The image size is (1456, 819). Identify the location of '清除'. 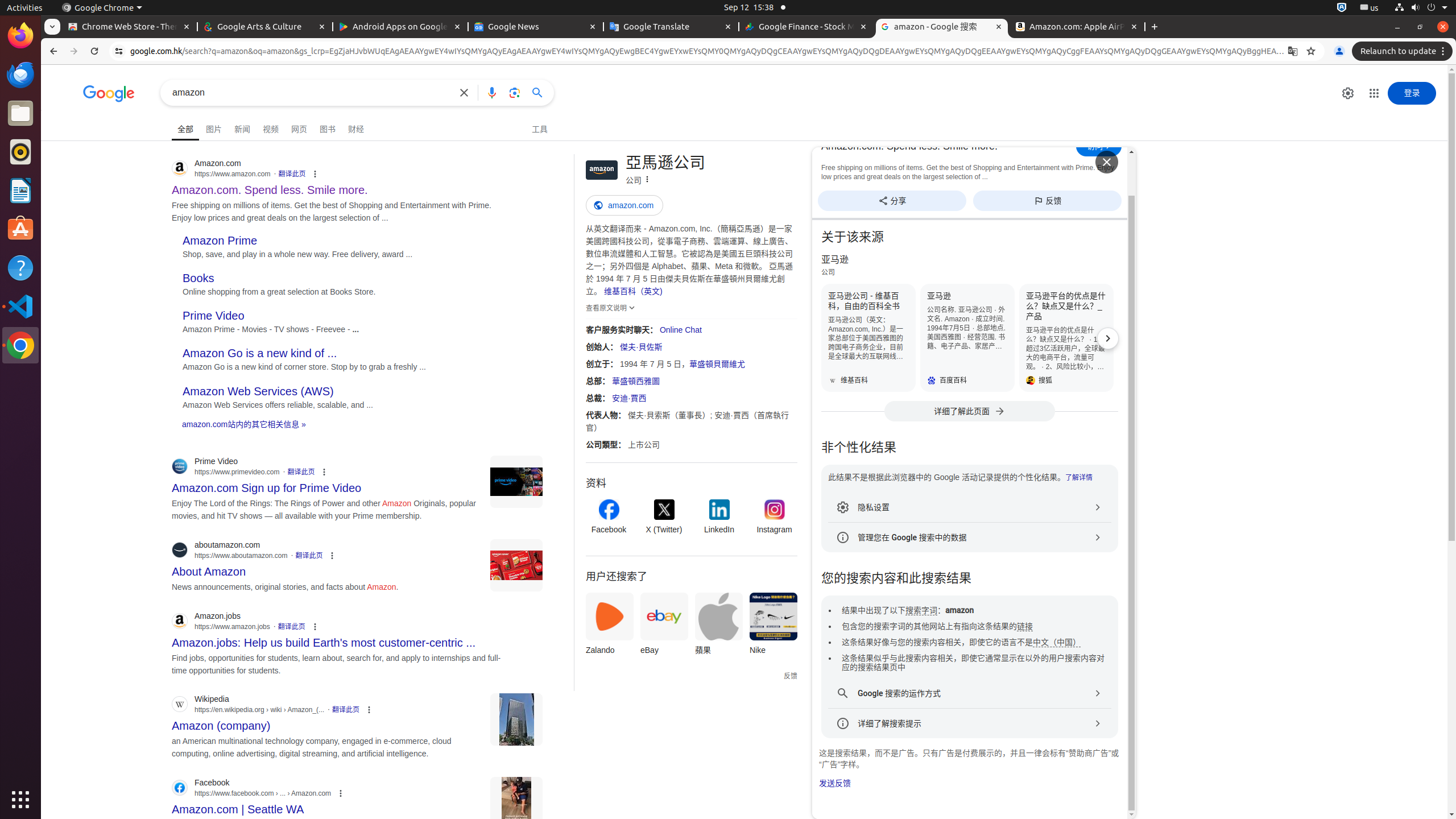
(464, 92).